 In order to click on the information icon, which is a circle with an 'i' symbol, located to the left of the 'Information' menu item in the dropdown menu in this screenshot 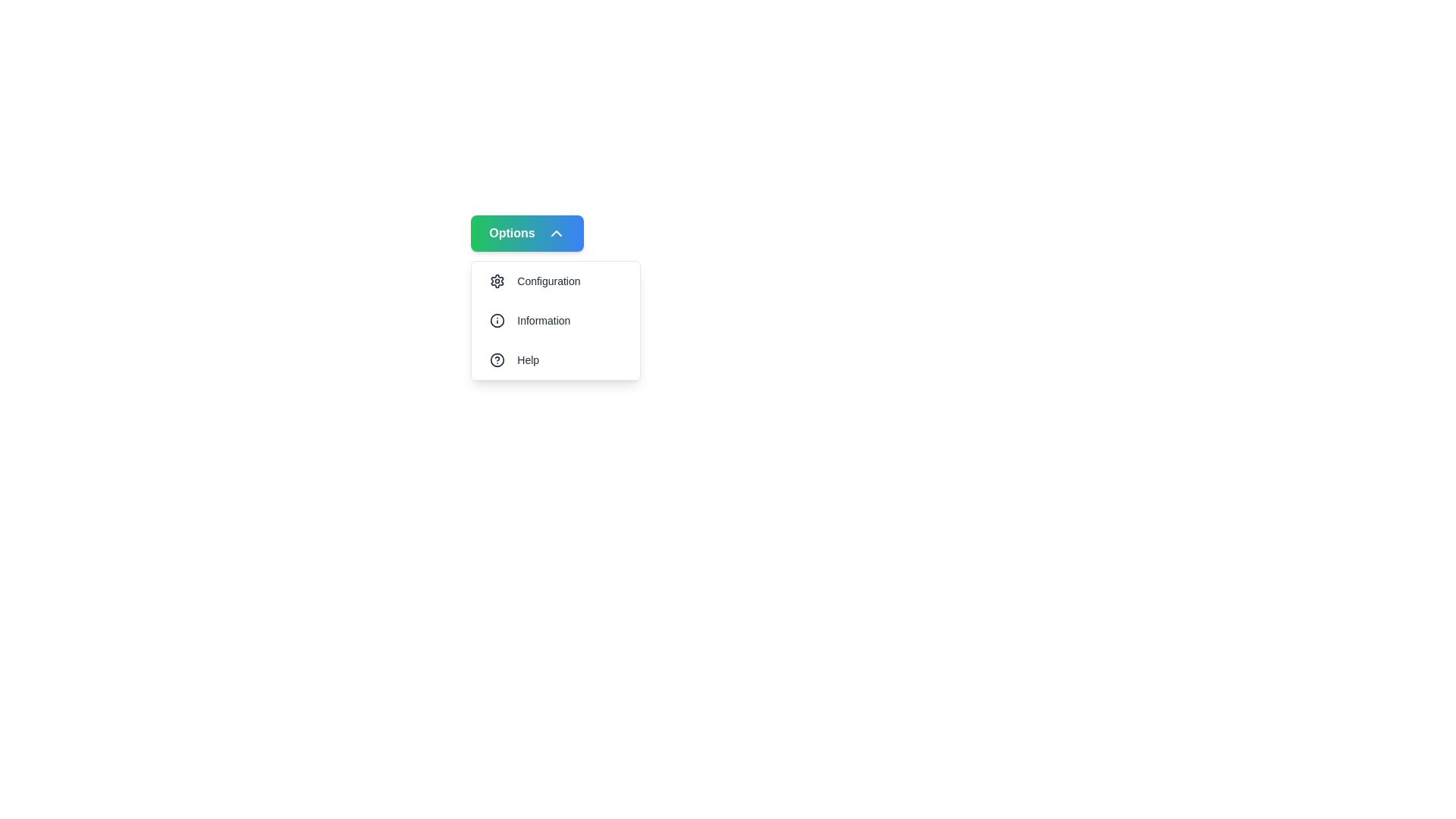, I will do `click(497, 320)`.